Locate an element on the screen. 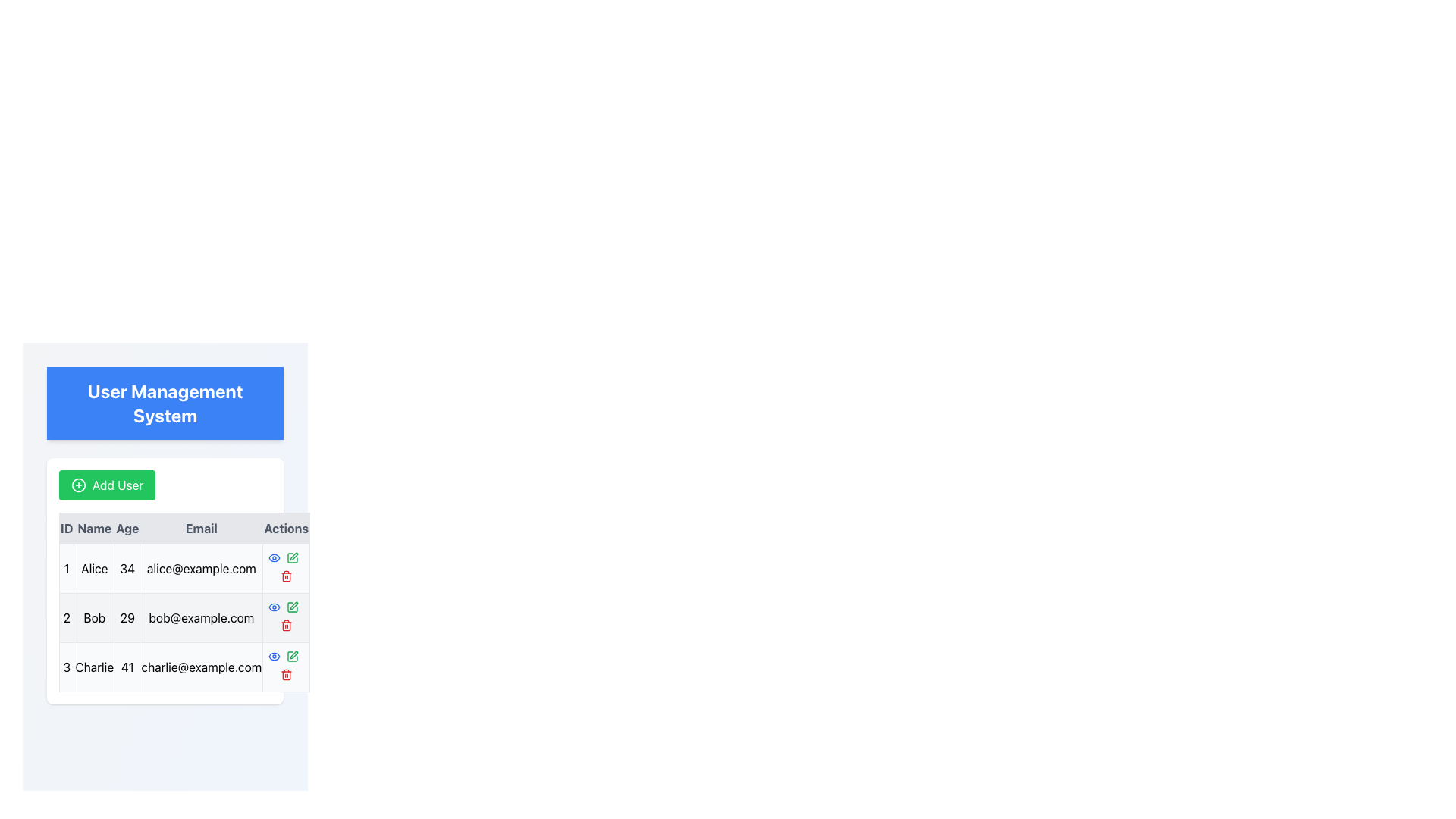 The image size is (1456, 819). the informational text displaying the email address associated with the user 'Bob', located under the 'Email' header in the second row and fourth column of the table is located at coordinates (200, 617).